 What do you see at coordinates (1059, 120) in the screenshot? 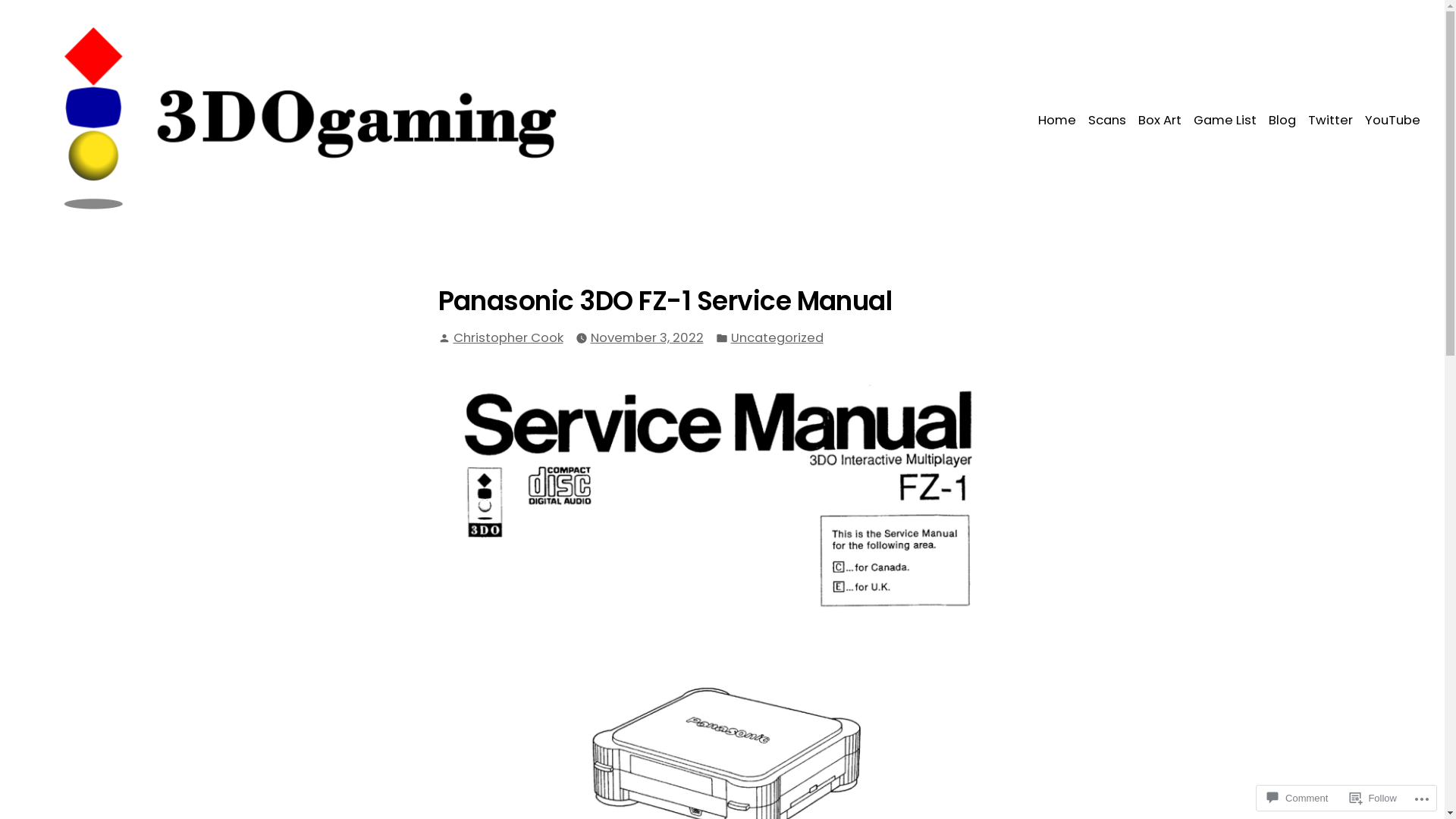
I see `'Home'` at bounding box center [1059, 120].